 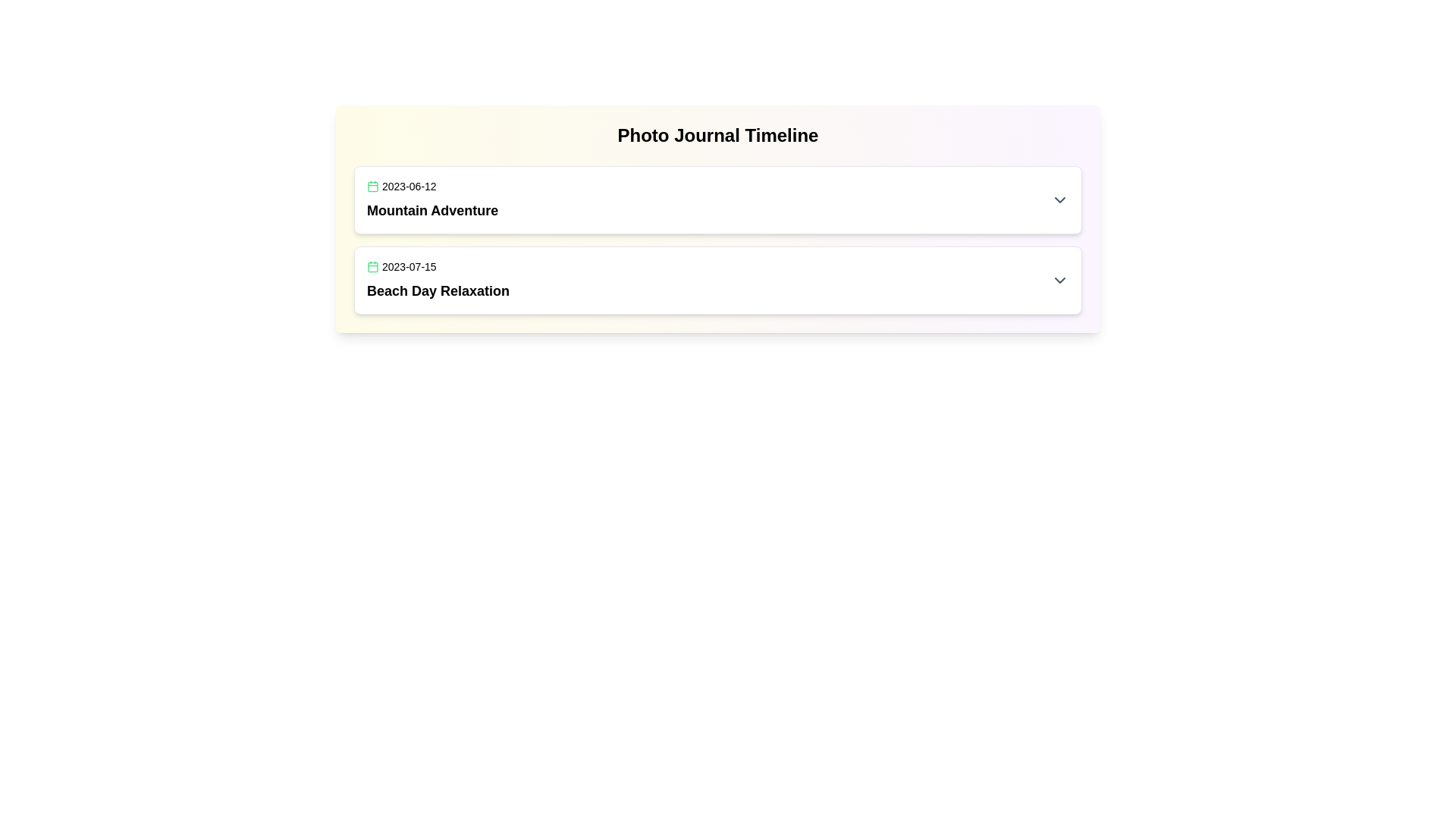 I want to click on the Text label for the journal entry titled 'Beach Day Relaxation', located below the date '2023-07-15' and next to the calendar icon in the timeline interface, so click(x=438, y=291).